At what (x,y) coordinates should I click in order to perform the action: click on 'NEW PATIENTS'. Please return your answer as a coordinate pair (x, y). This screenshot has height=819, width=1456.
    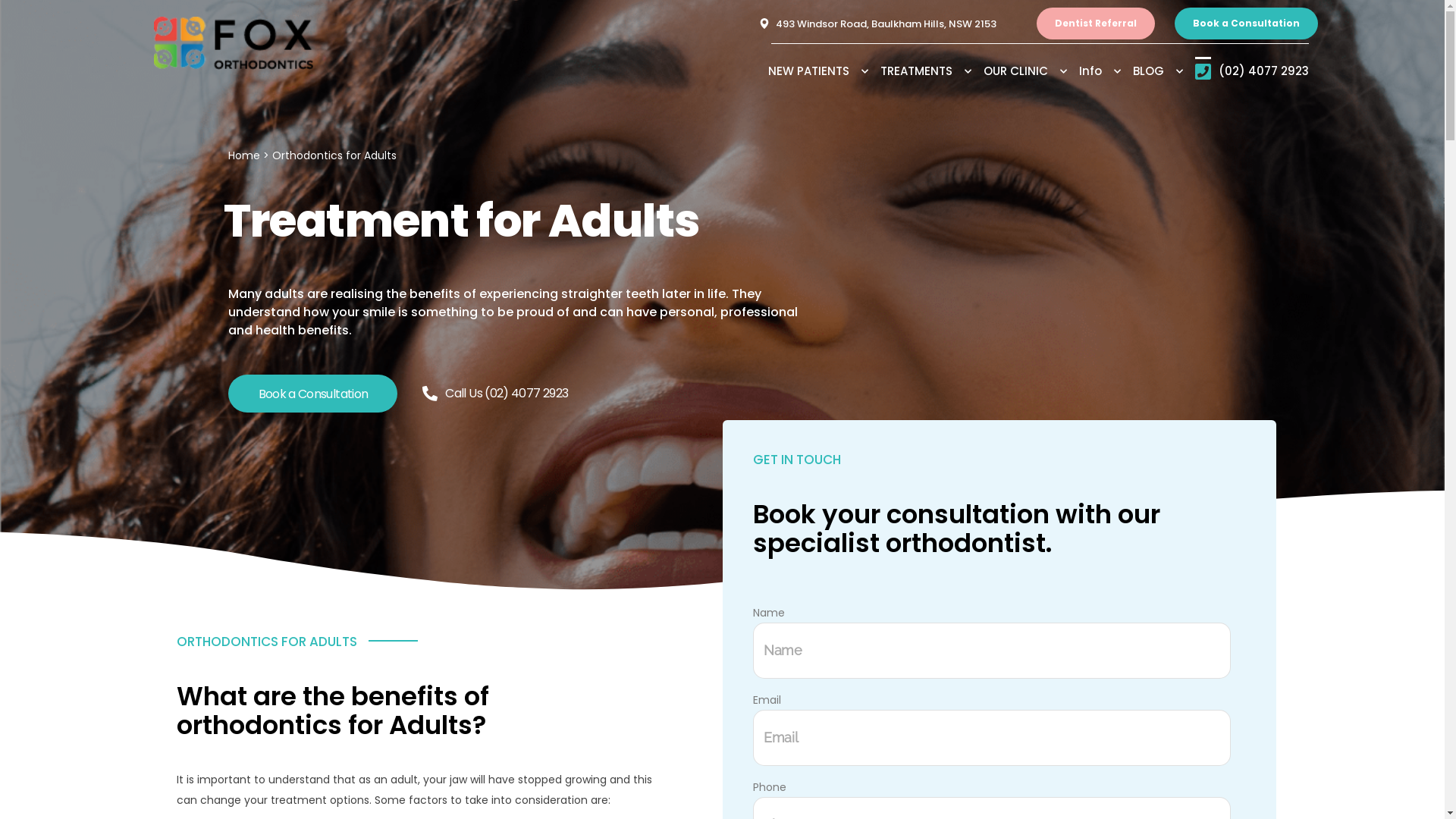
    Looking at the image, I should click on (822, 71).